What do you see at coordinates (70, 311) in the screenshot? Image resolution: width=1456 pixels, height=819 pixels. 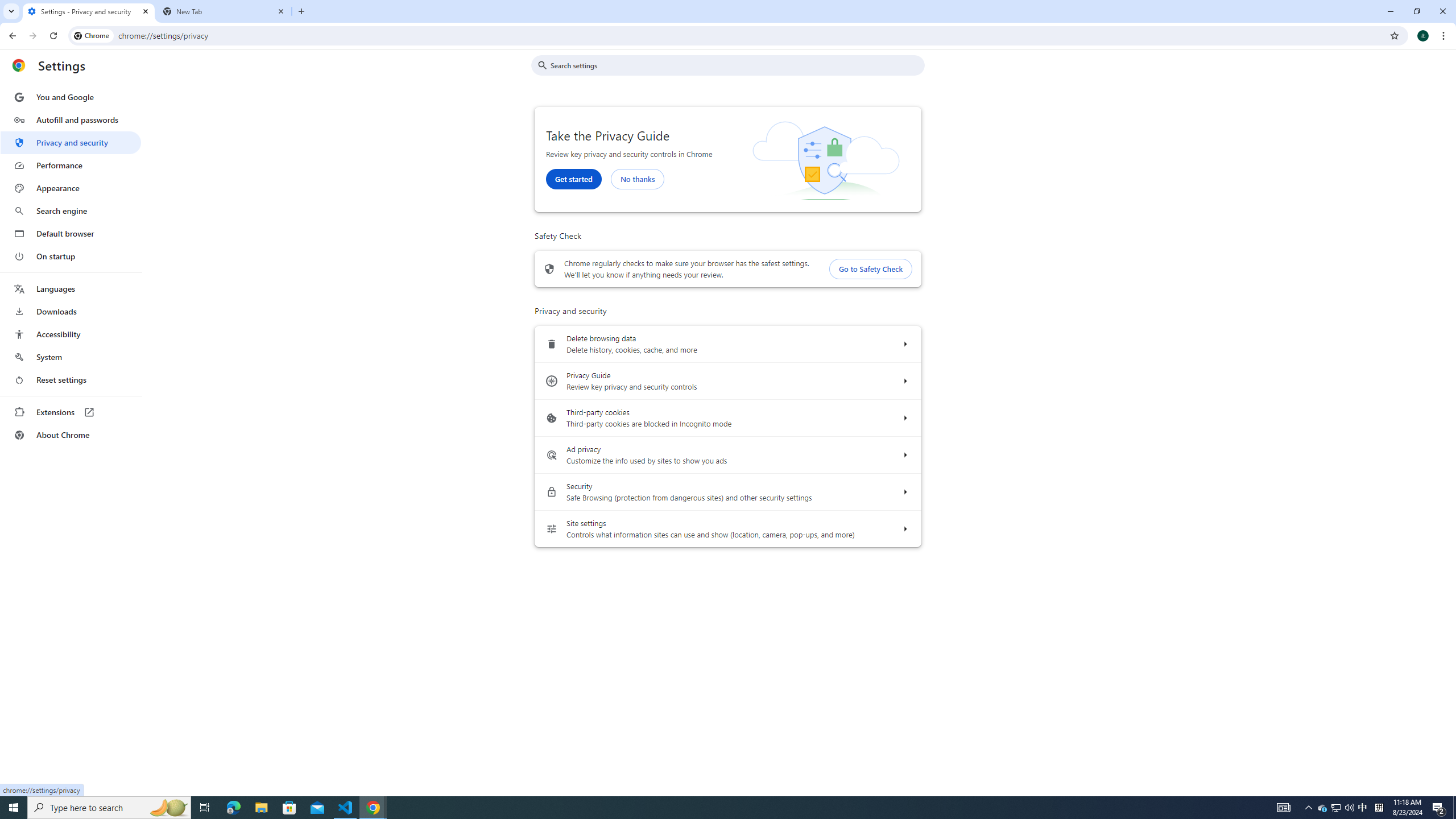 I see `'Downloads'` at bounding box center [70, 311].